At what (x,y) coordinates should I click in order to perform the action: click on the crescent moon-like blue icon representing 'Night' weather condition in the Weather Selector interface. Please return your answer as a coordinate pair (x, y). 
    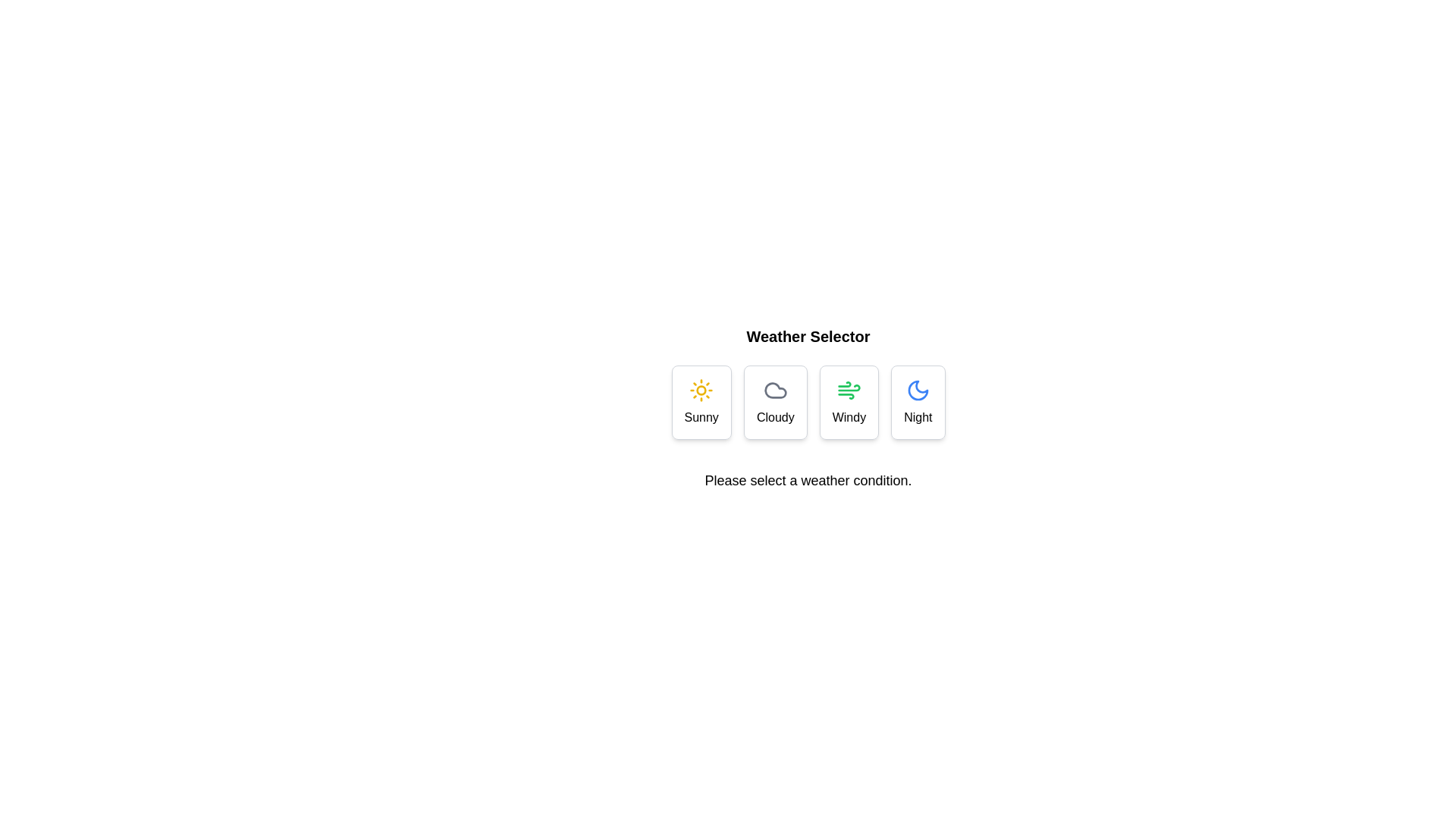
    Looking at the image, I should click on (917, 390).